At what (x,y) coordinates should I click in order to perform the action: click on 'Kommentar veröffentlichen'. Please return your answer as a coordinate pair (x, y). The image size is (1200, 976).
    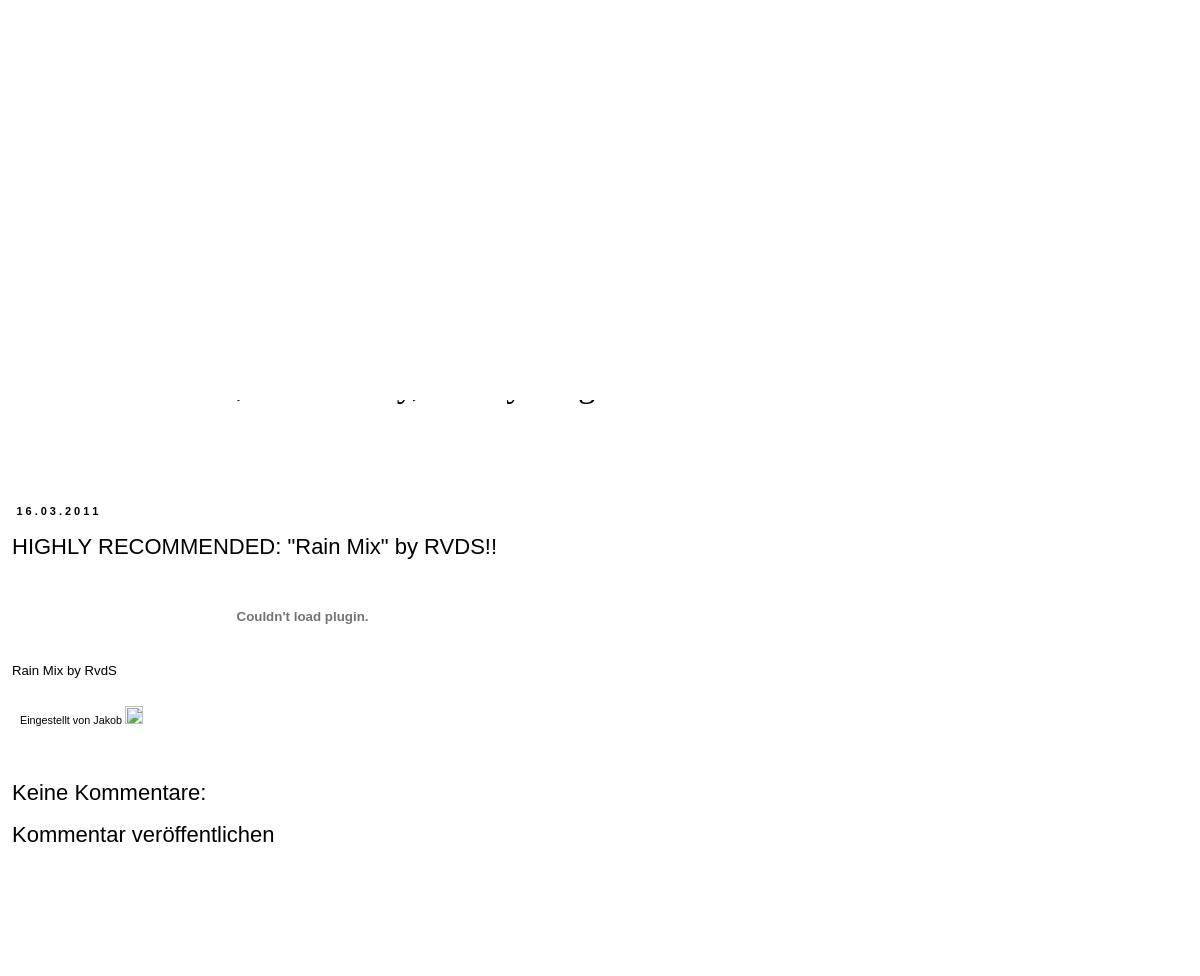
    Looking at the image, I should click on (143, 834).